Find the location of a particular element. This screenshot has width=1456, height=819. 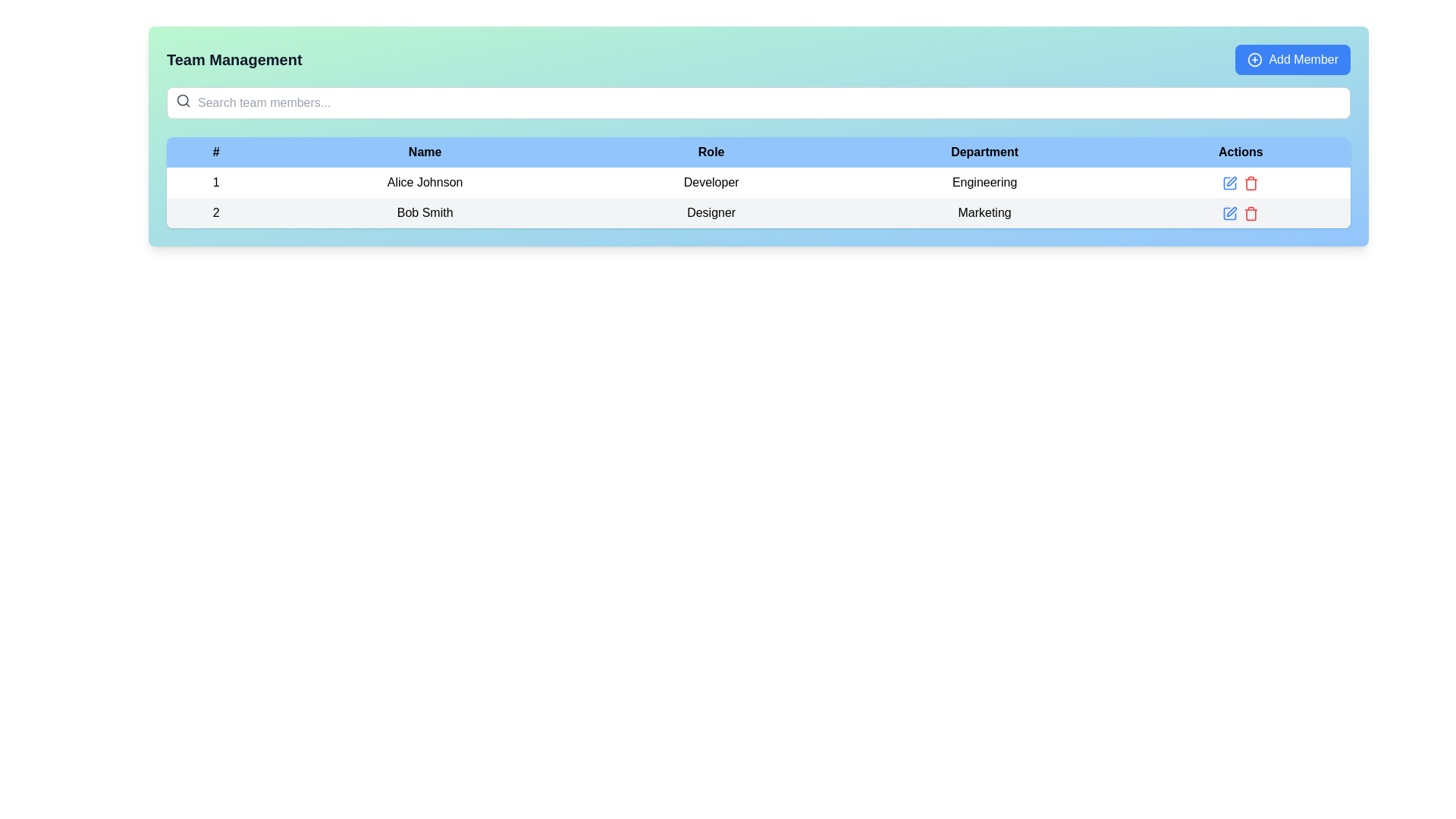

the bold '2' element located in the first column of the second row within the 'Team Management' section of the table is located at coordinates (215, 213).